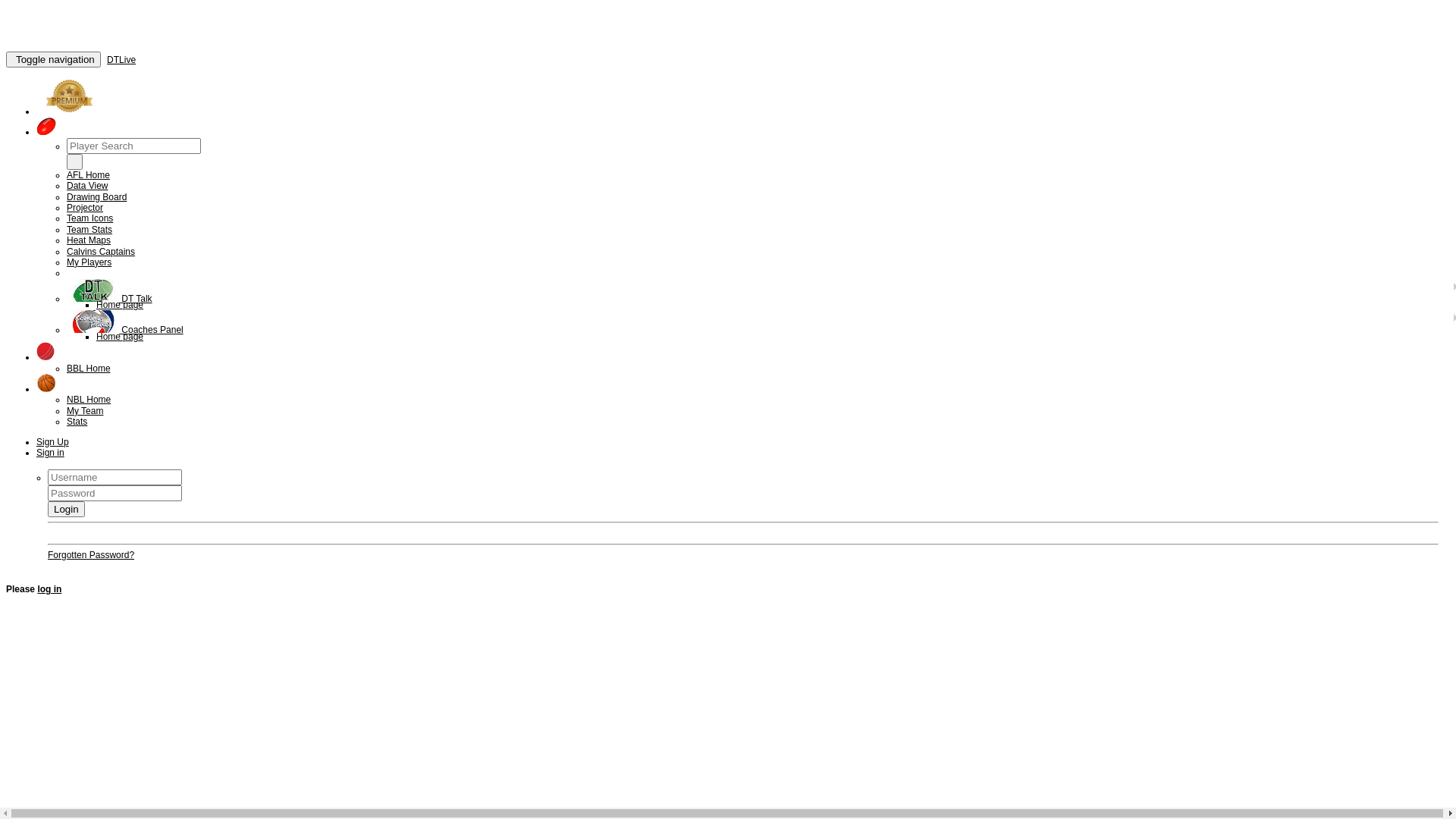 The image size is (1456, 819). Describe the element at coordinates (86, 185) in the screenshot. I see `'Data View'` at that location.